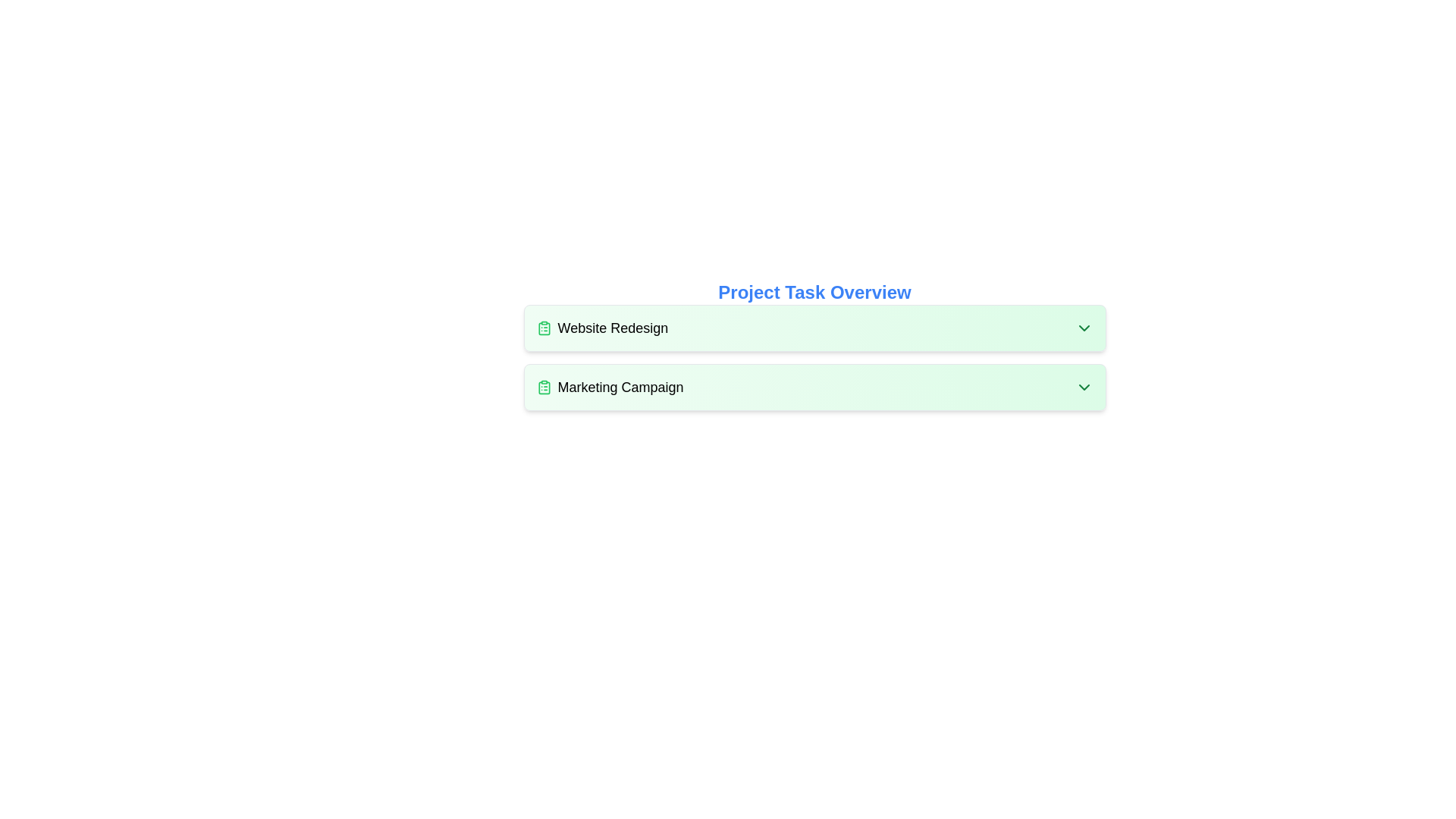  What do you see at coordinates (601, 327) in the screenshot?
I see `the 'Website Redesign' text label` at bounding box center [601, 327].